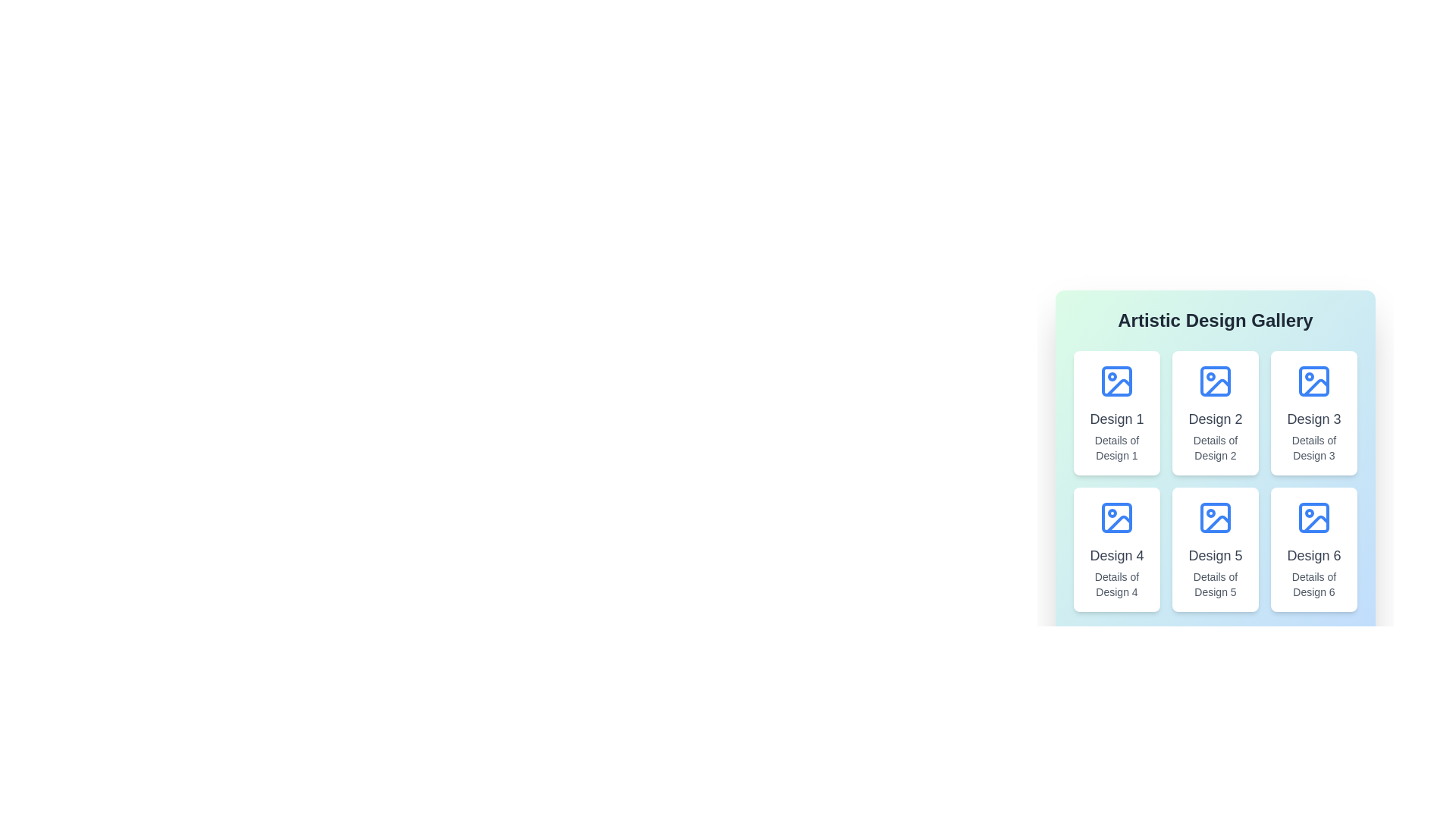  Describe the element at coordinates (1117, 516) in the screenshot. I see `the top-left rectangle SVG element of the image placeholder icon located in the fourth tile of a 2x3 grid layout, near the 'Design 4' label` at that location.